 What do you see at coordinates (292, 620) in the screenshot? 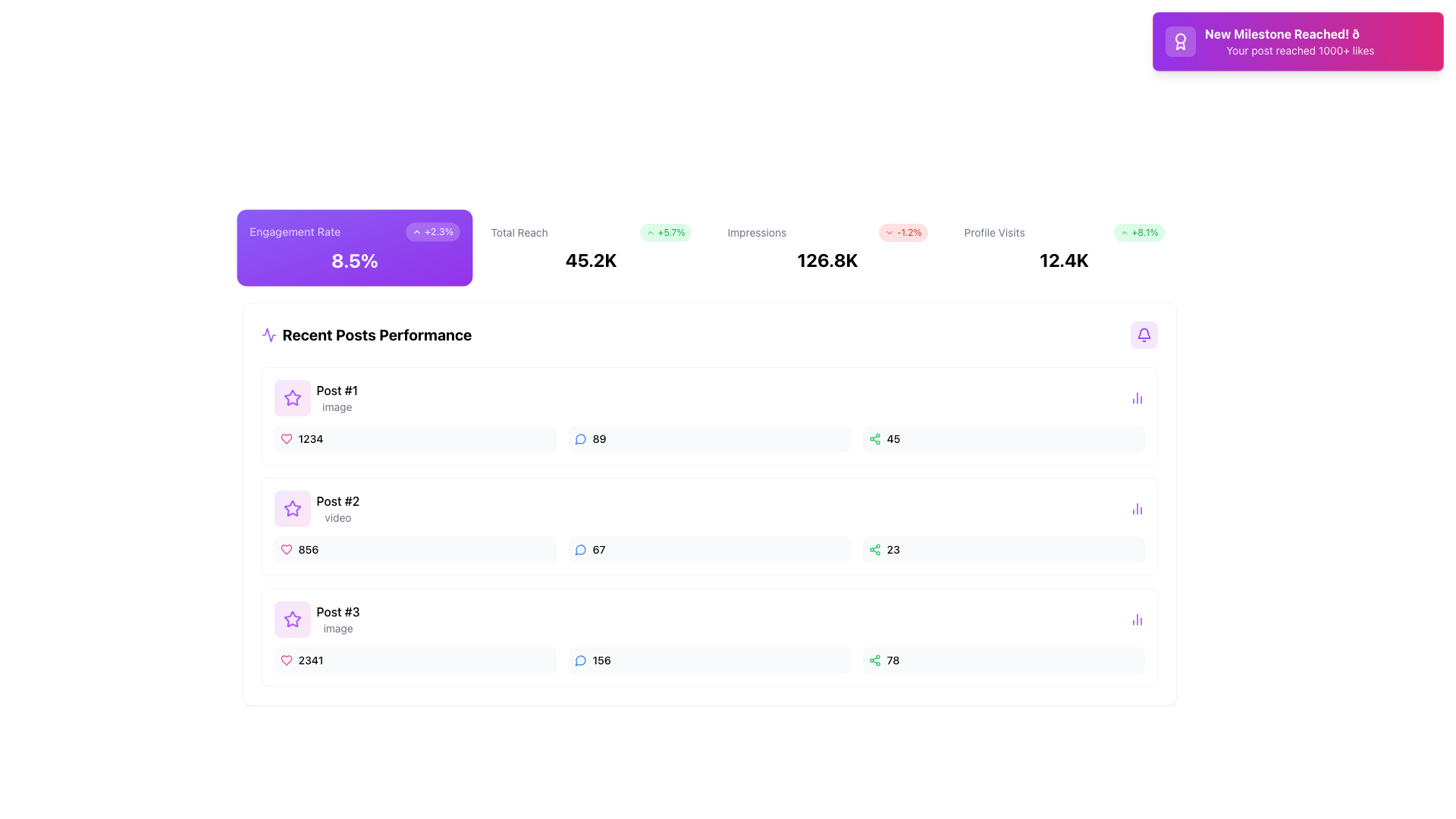
I see `the star-shaped icon with a purple outline located in the 'Recent Posts Performance' section, next to the label 'Post #1'` at bounding box center [292, 620].